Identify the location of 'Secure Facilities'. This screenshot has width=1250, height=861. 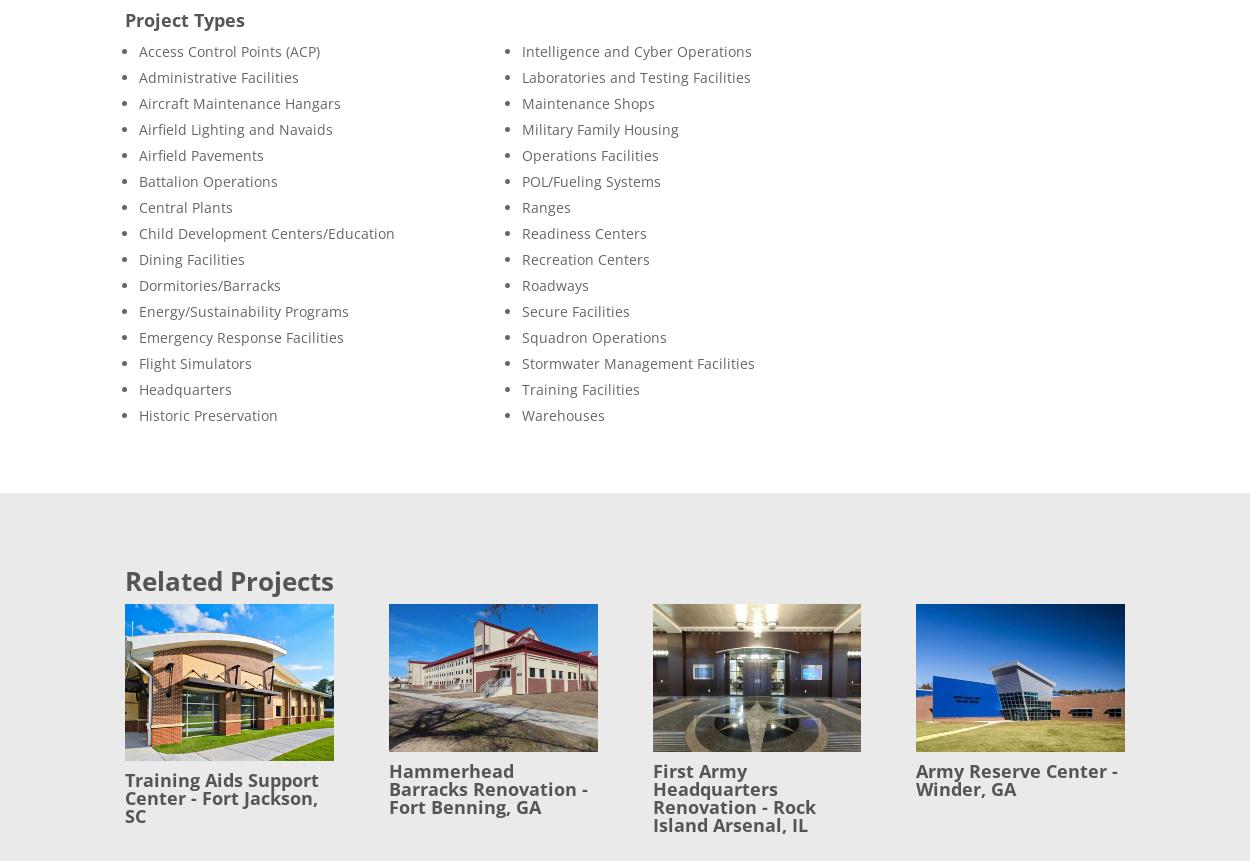
(574, 310).